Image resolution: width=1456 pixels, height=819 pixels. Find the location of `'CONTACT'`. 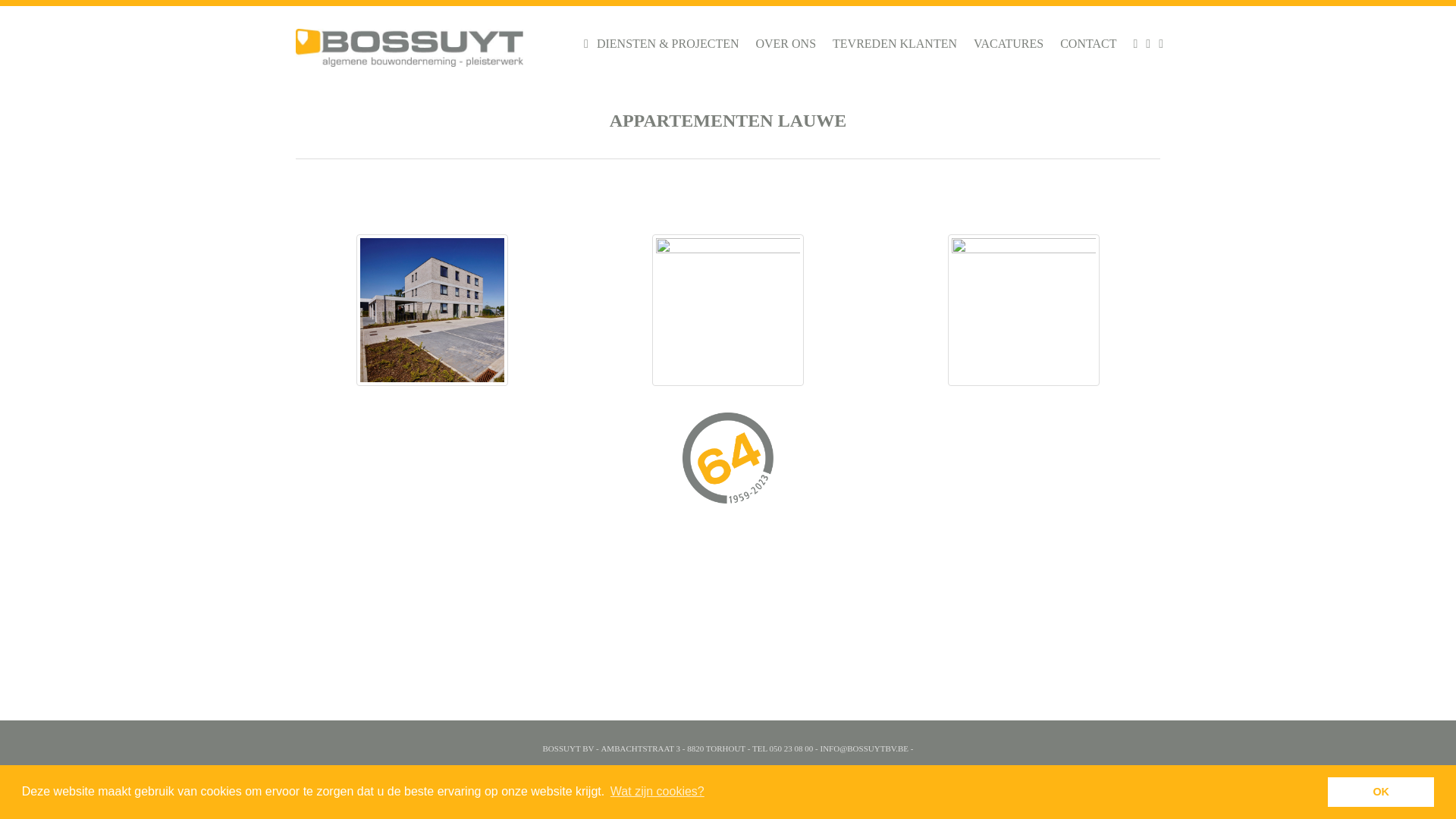

'CONTACT' is located at coordinates (1087, 42).